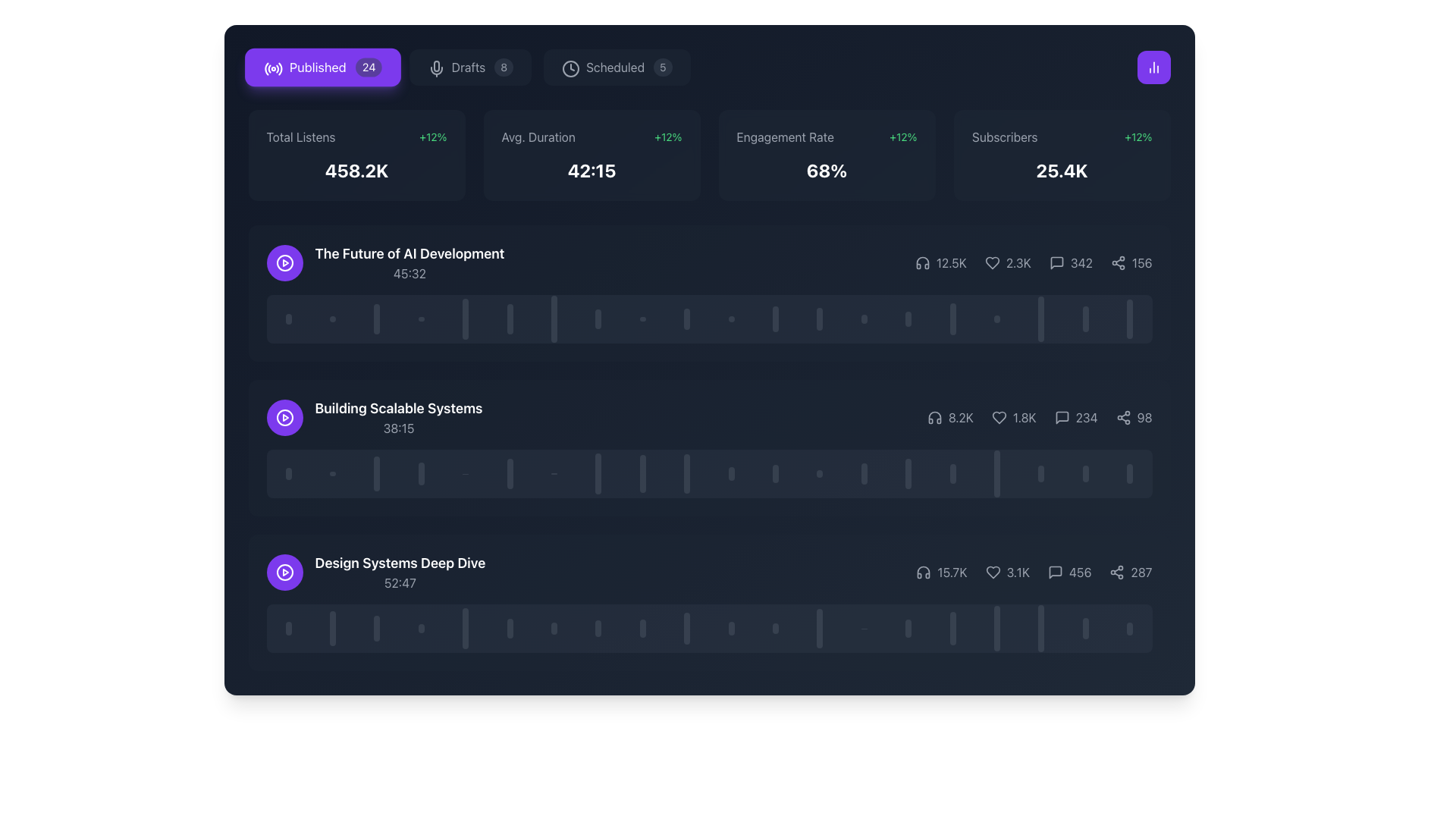 The image size is (1456, 819). I want to click on gray-colored number text '287' displayed prominently in a light font weight, located next to a share icon on the far right side of the interface, so click(1141, 573).